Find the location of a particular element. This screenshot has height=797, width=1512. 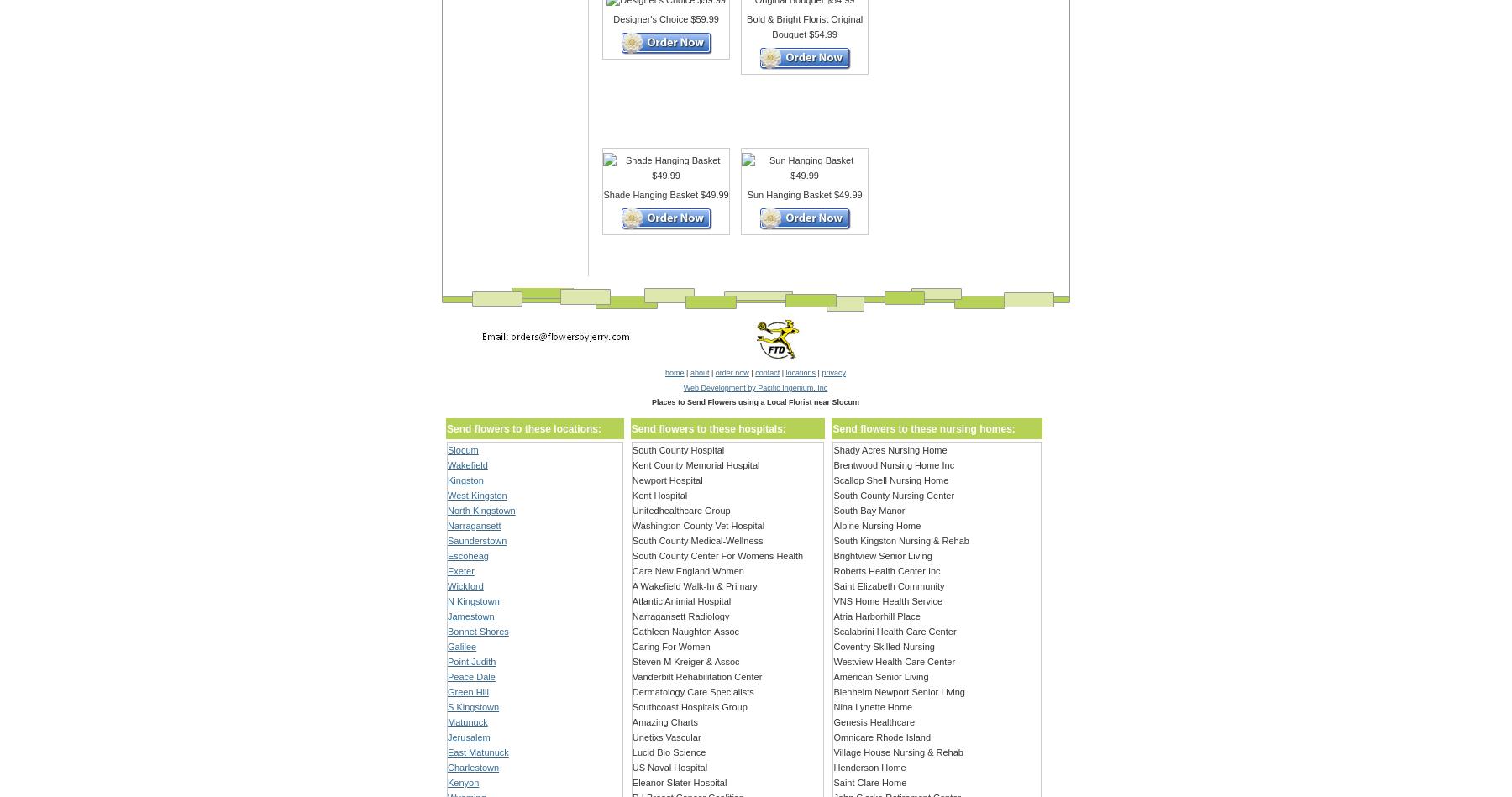

'Kenyon' is located at coordinates (462, 782).